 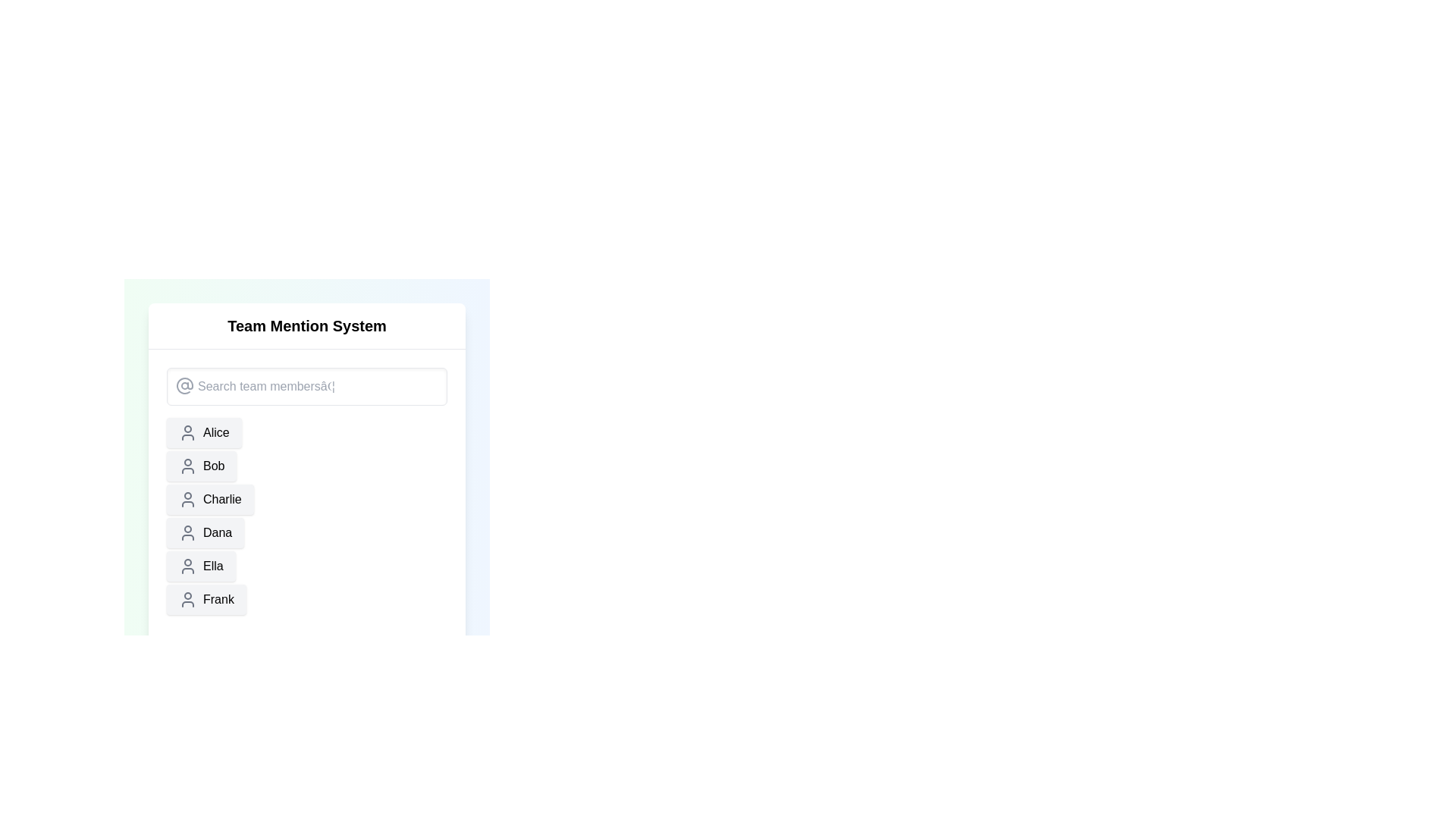 What do you see at coordinates (187, 432) in the screenshot?
I see `the user icon, which is a minimalistic gray line-drawing representation with a circular head and semi-circular body, located to the left of the text 'Alice' in the member selection menu` at bounding box center [187, 432].